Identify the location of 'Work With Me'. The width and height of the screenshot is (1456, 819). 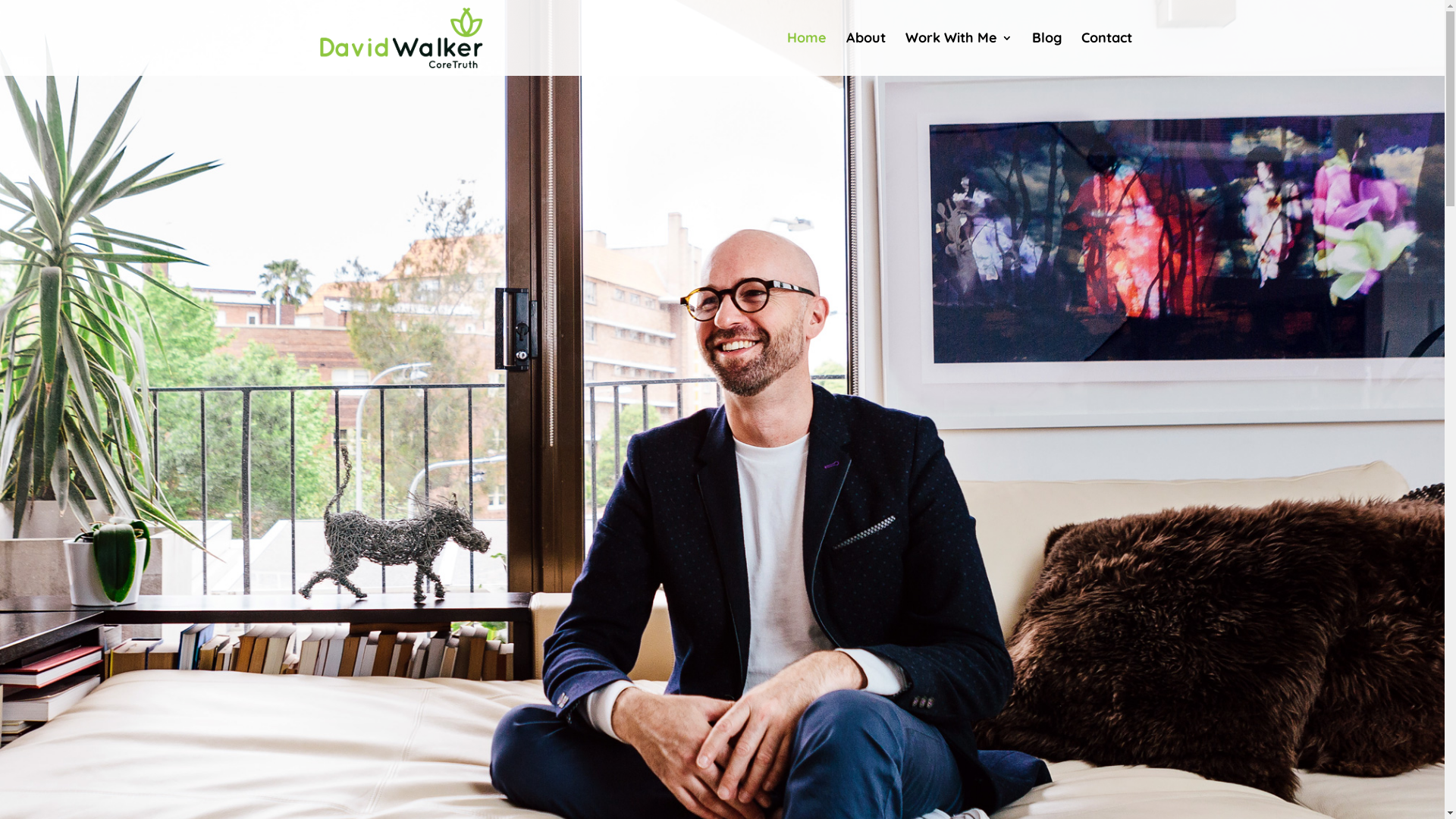
(905, 53).